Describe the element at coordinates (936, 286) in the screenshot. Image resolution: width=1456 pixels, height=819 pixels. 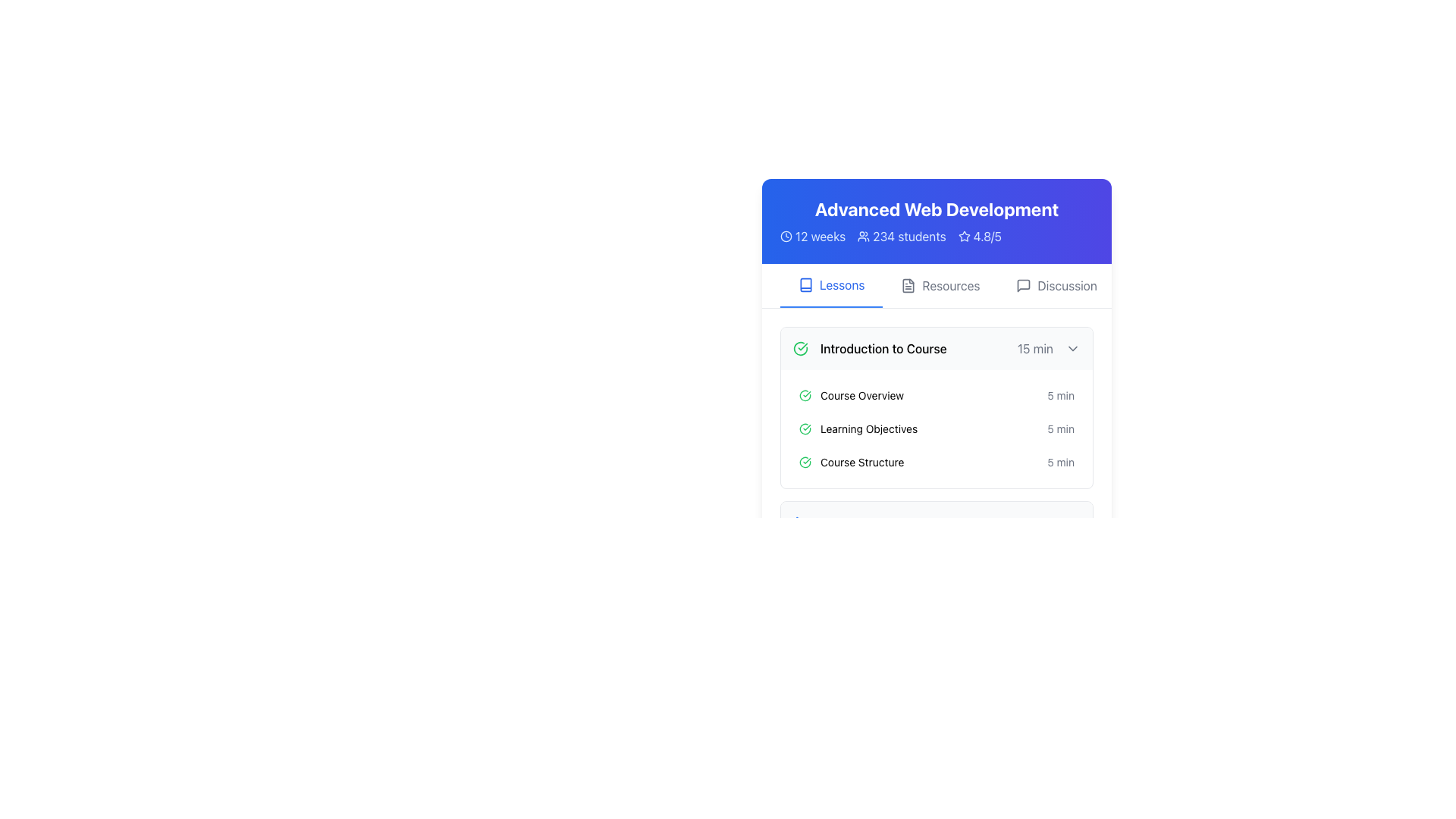
I see `the 'Resources' navigation tab, which is the second tab from the left among three tabs in a horizontal navigation bar located beneath the course title section` at that location.